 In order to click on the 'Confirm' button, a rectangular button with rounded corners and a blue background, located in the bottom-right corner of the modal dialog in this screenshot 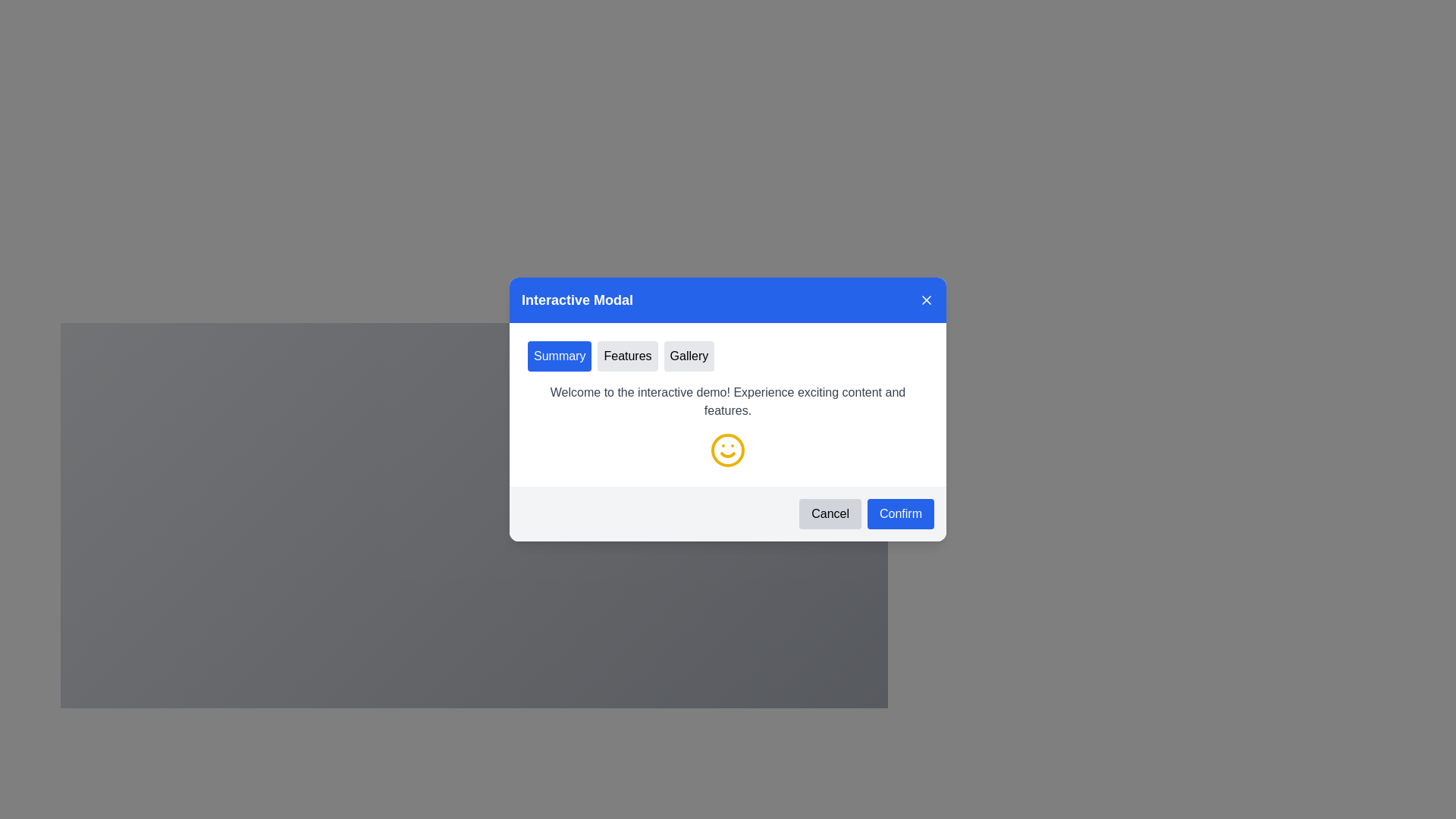, I will do `click(900, 513)`.